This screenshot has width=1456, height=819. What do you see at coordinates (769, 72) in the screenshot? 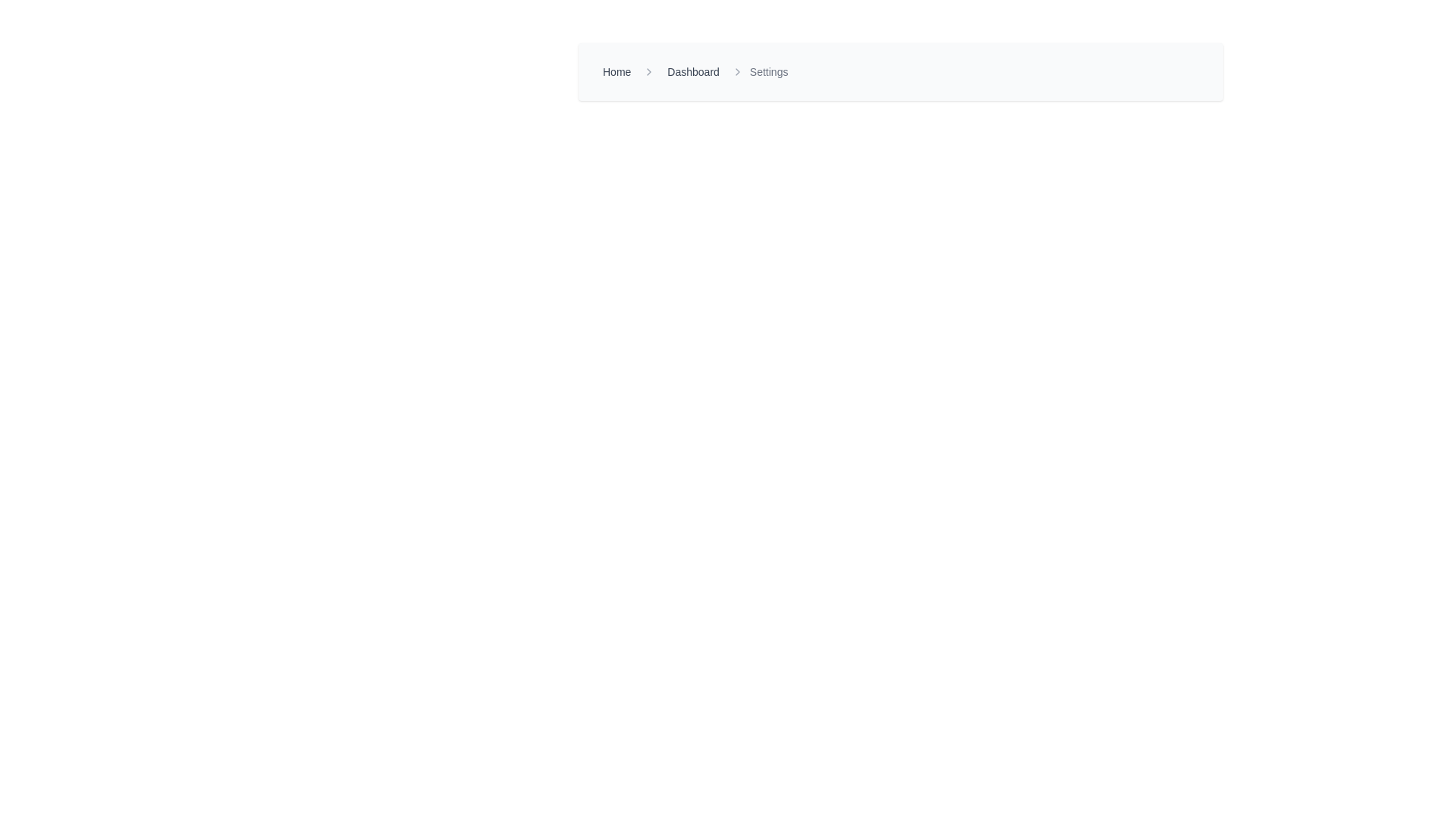
I see `the breadcrumb text label indicating the current page or section, located at the top-center of the layout, following the 'Dashboard' text and a right-chevron icon` at bounding box center [769, 72].